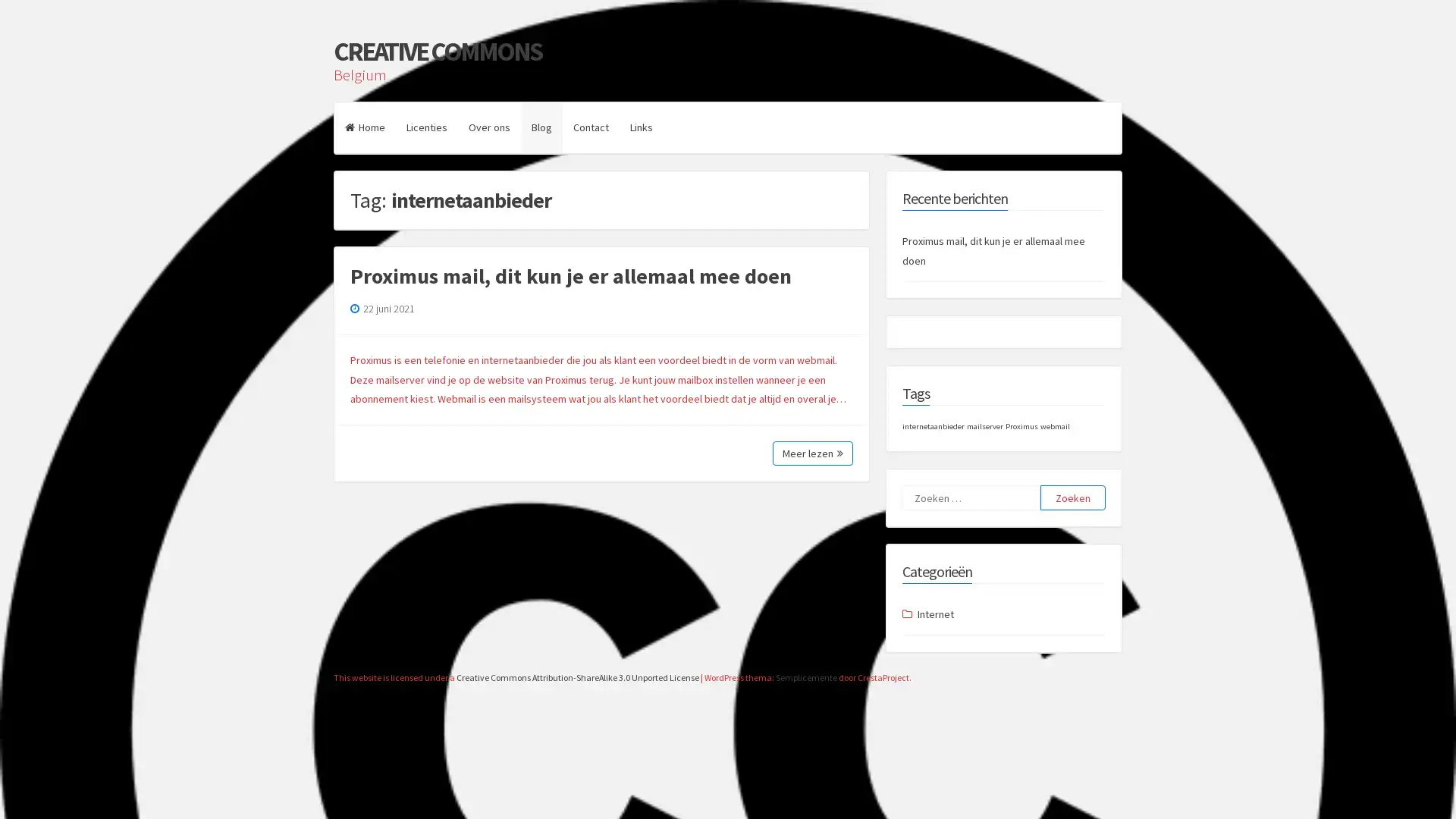 Image resolution: width=1456 pixels, height=819 pixels. Describe the element at coordinates (1072, 497) in the screenshot. I see `Zoeken` at that location.